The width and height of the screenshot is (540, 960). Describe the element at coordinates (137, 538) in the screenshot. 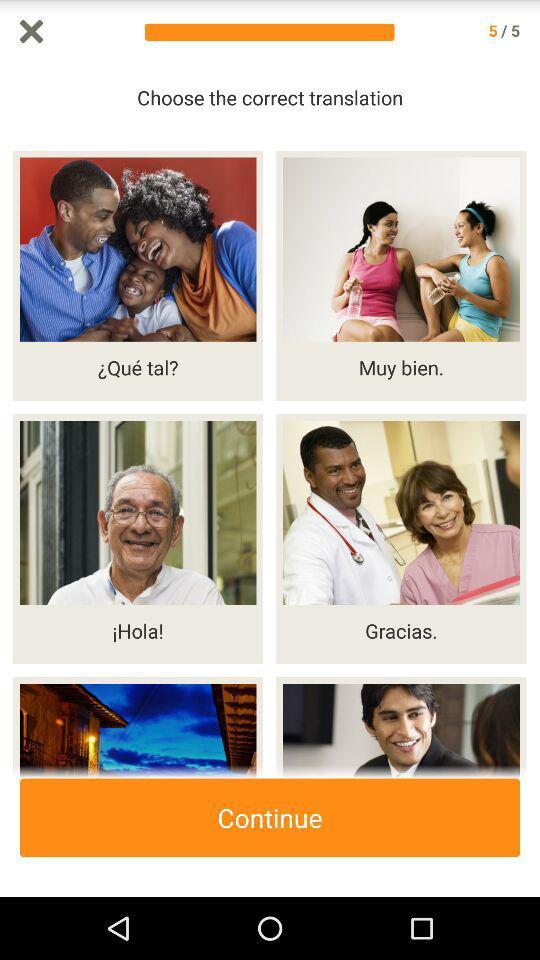

I see `first image in the second row` at that location.